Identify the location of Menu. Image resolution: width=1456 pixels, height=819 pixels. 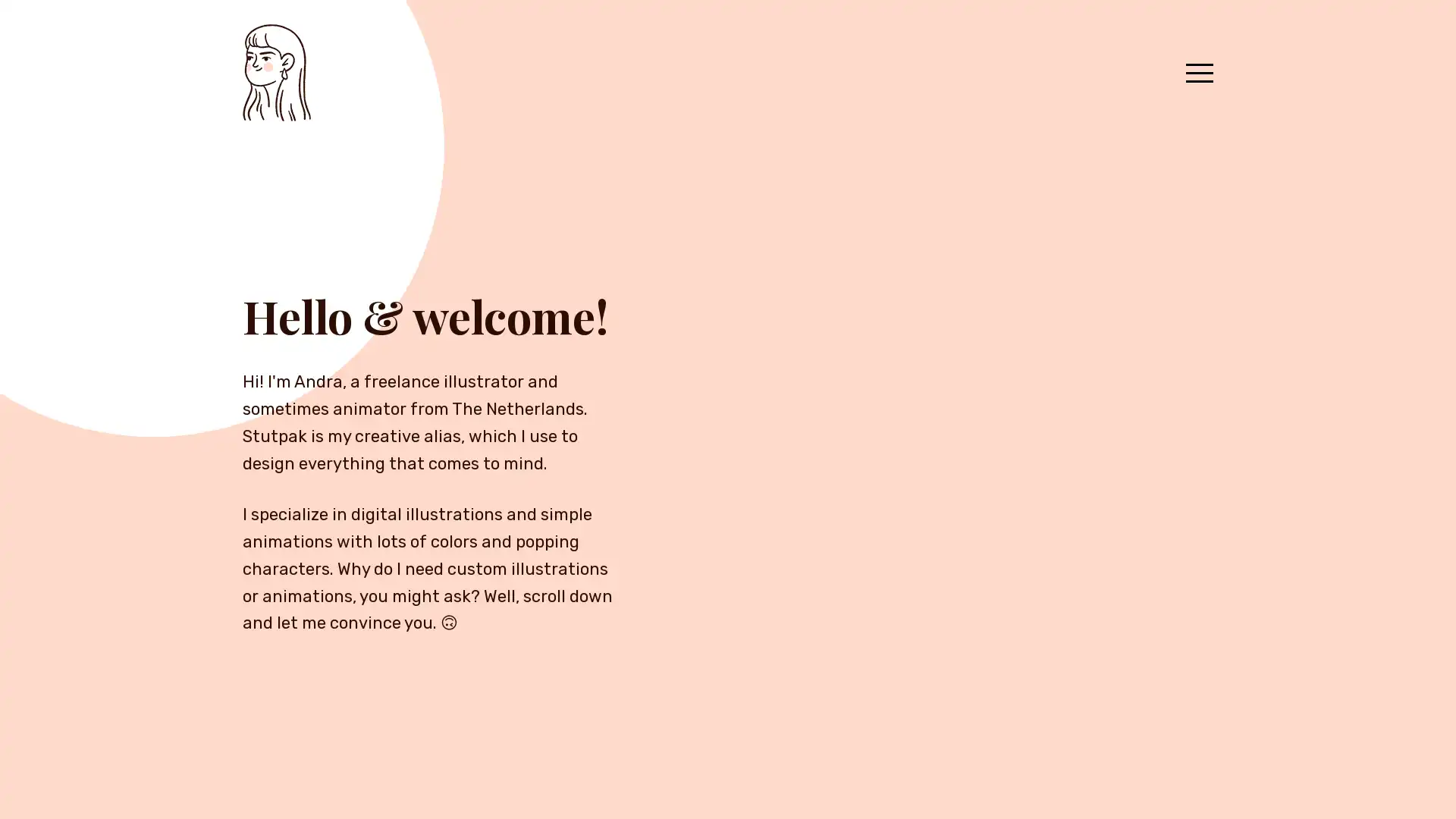
(1199, 73).